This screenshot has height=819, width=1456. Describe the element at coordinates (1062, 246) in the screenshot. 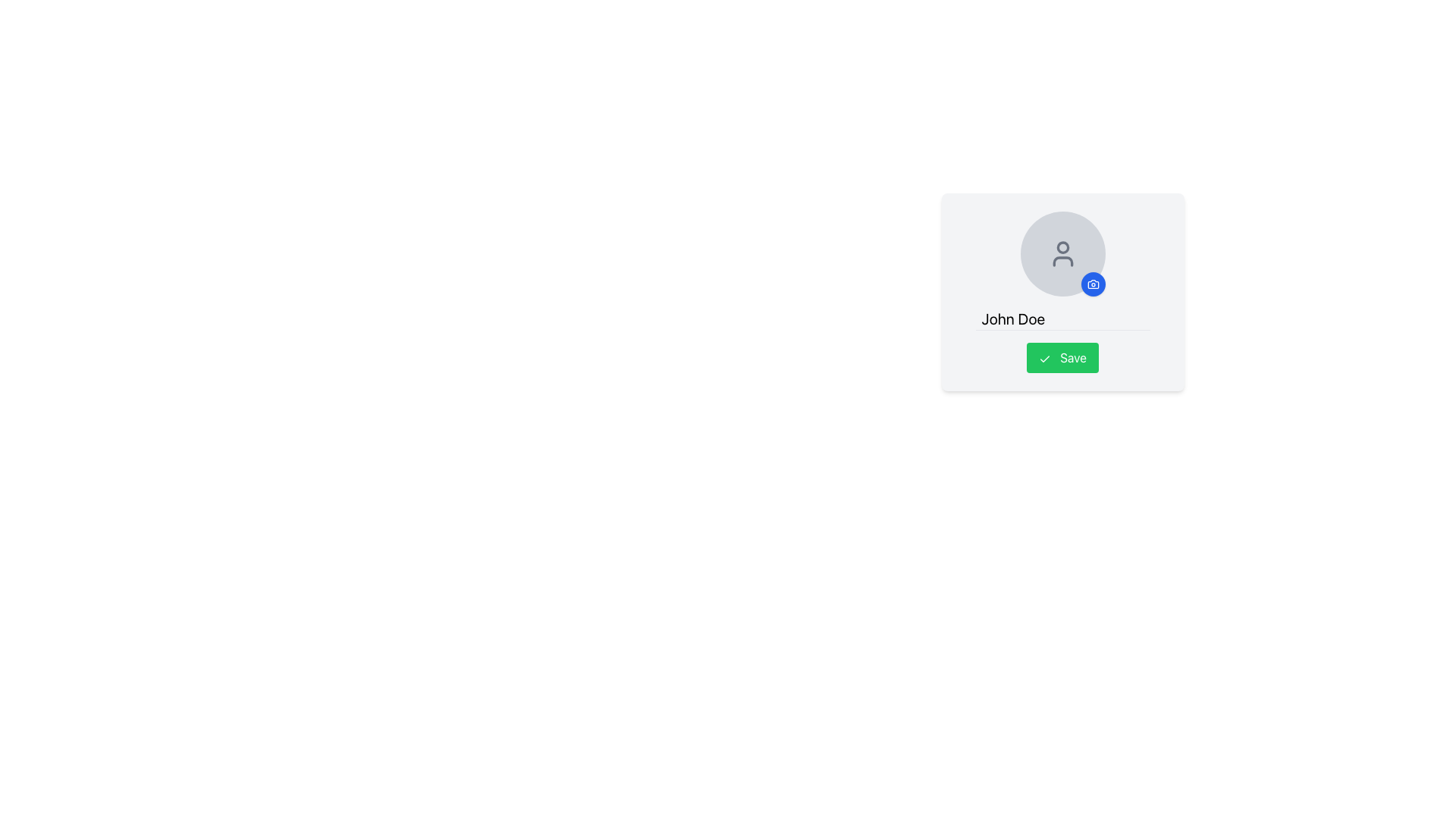

I see `the upper circular component of the user icon, which visually represents a head` at that location.